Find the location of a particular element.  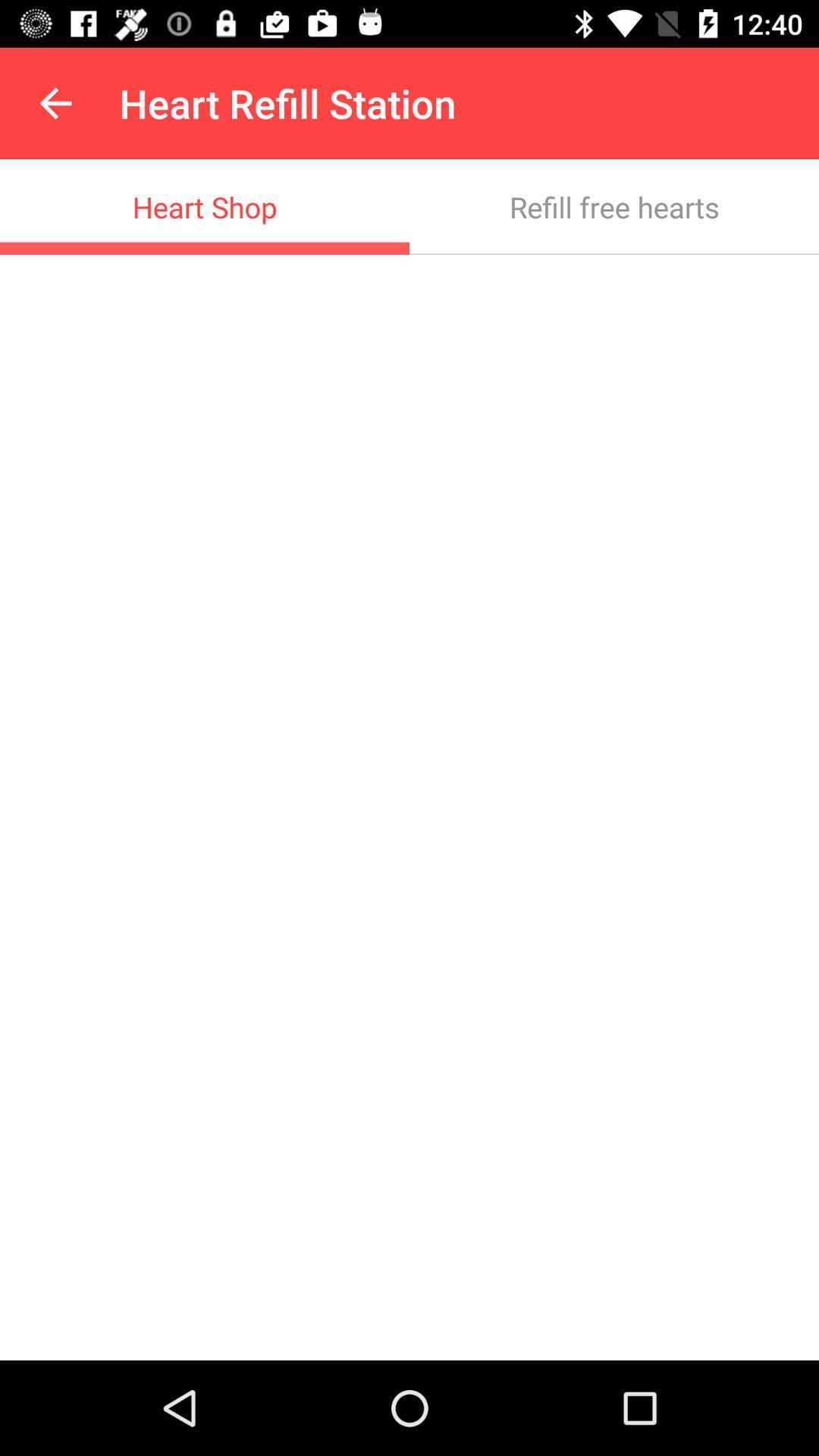

the icon next to refill free hearts item is located at coordinates (205, 206).